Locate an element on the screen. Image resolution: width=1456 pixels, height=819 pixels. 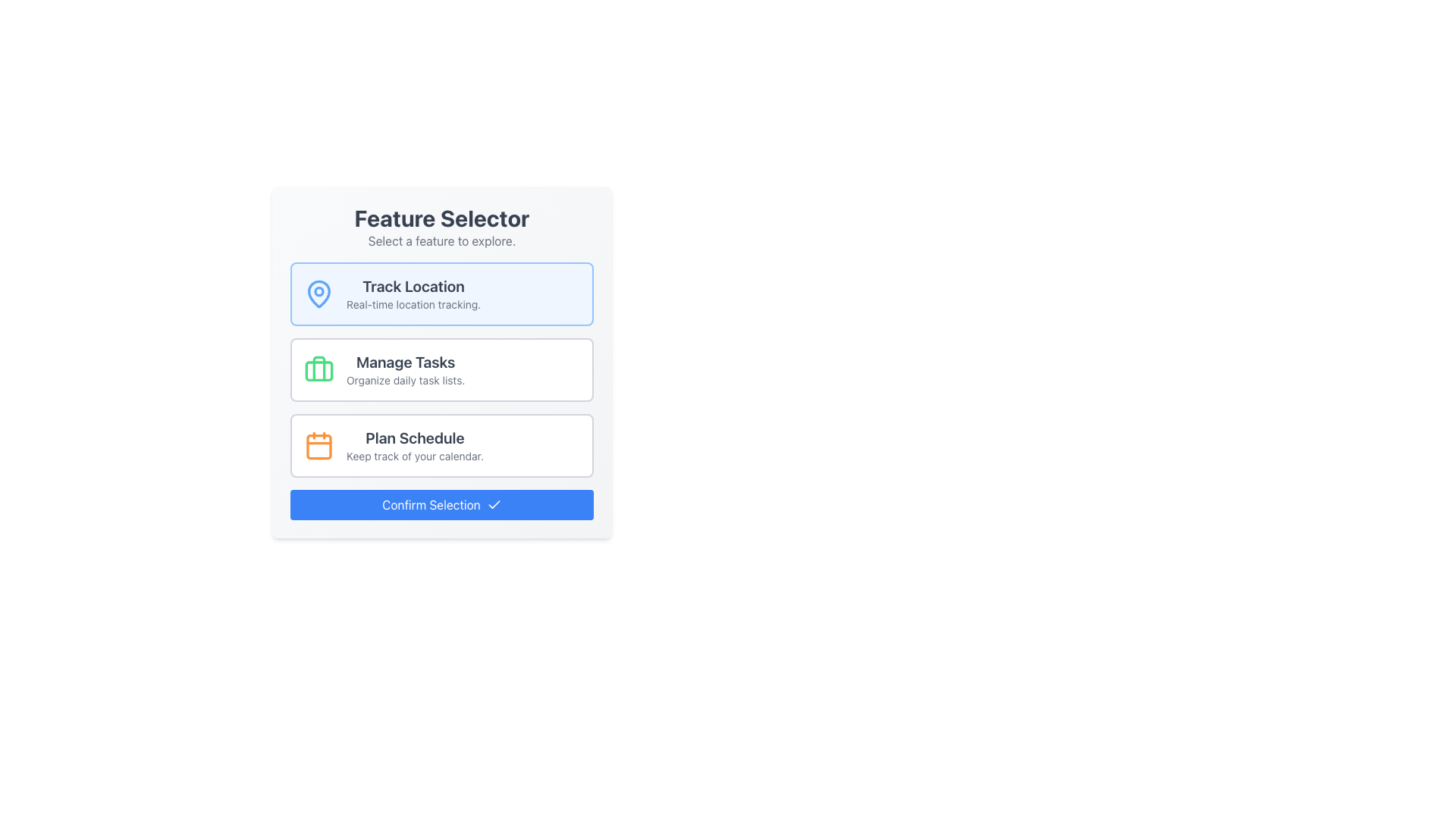
the visual feedback on the white checkmark icon located near the right edge of the 'Confirm Selection' button on a blue background is located at coordinates (494, 505).